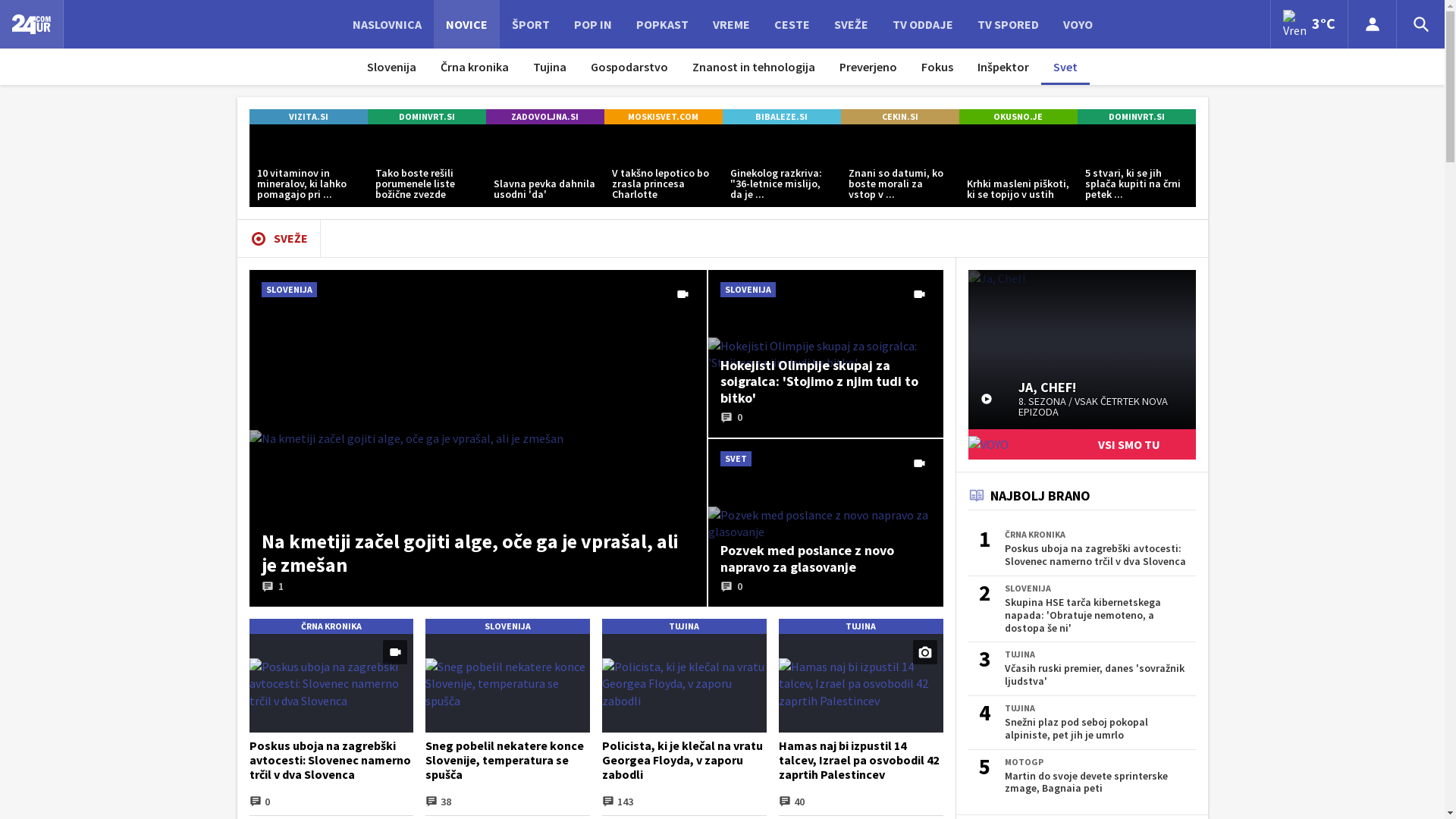  Describe the element at coordinates (731, 24) in the screenshot. I see `'VREME'` at that location.